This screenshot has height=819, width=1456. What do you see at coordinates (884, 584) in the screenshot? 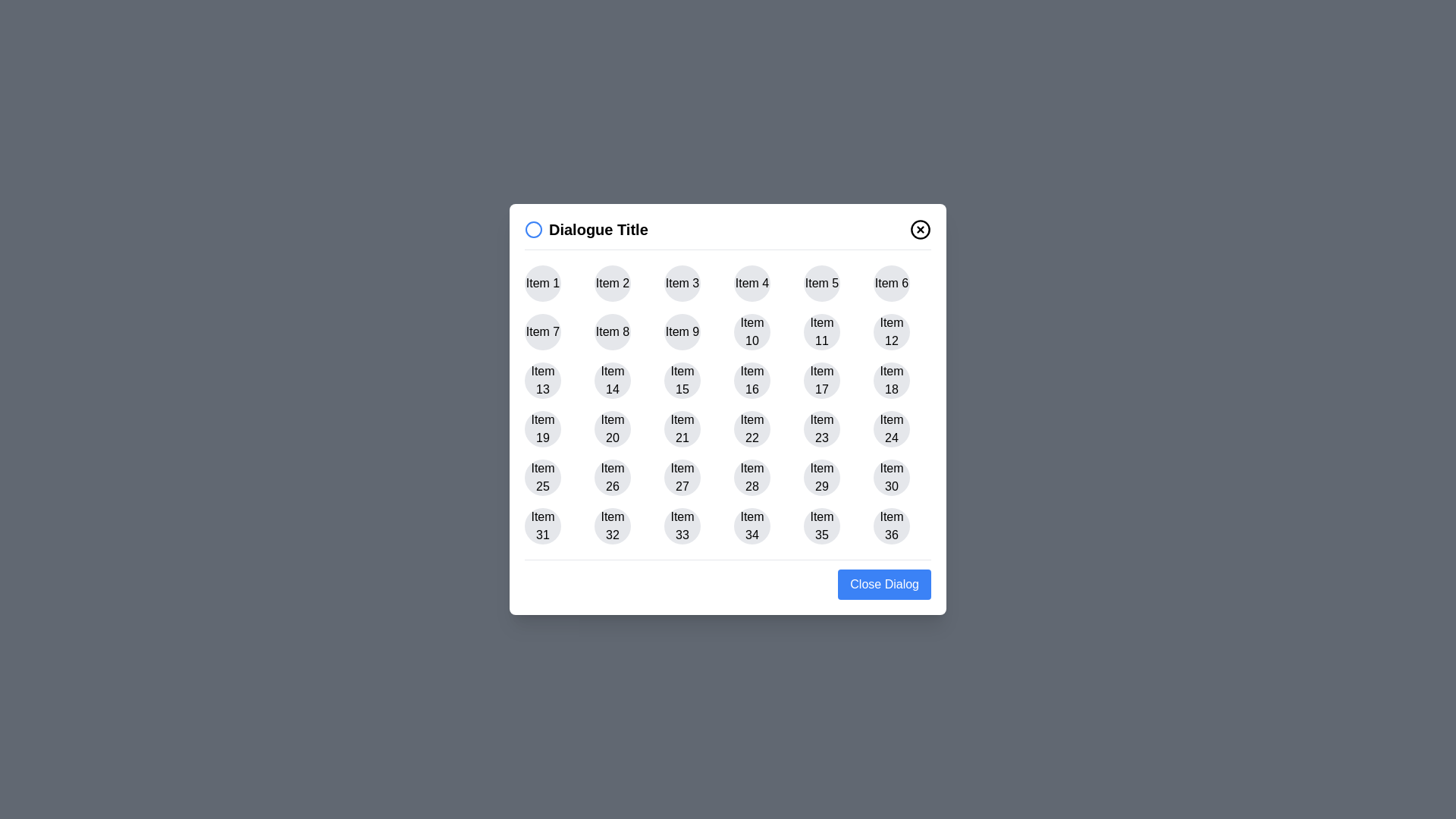
I see `the 'Close Dialog' button to close the dialog` at bounding box center [884, 584].